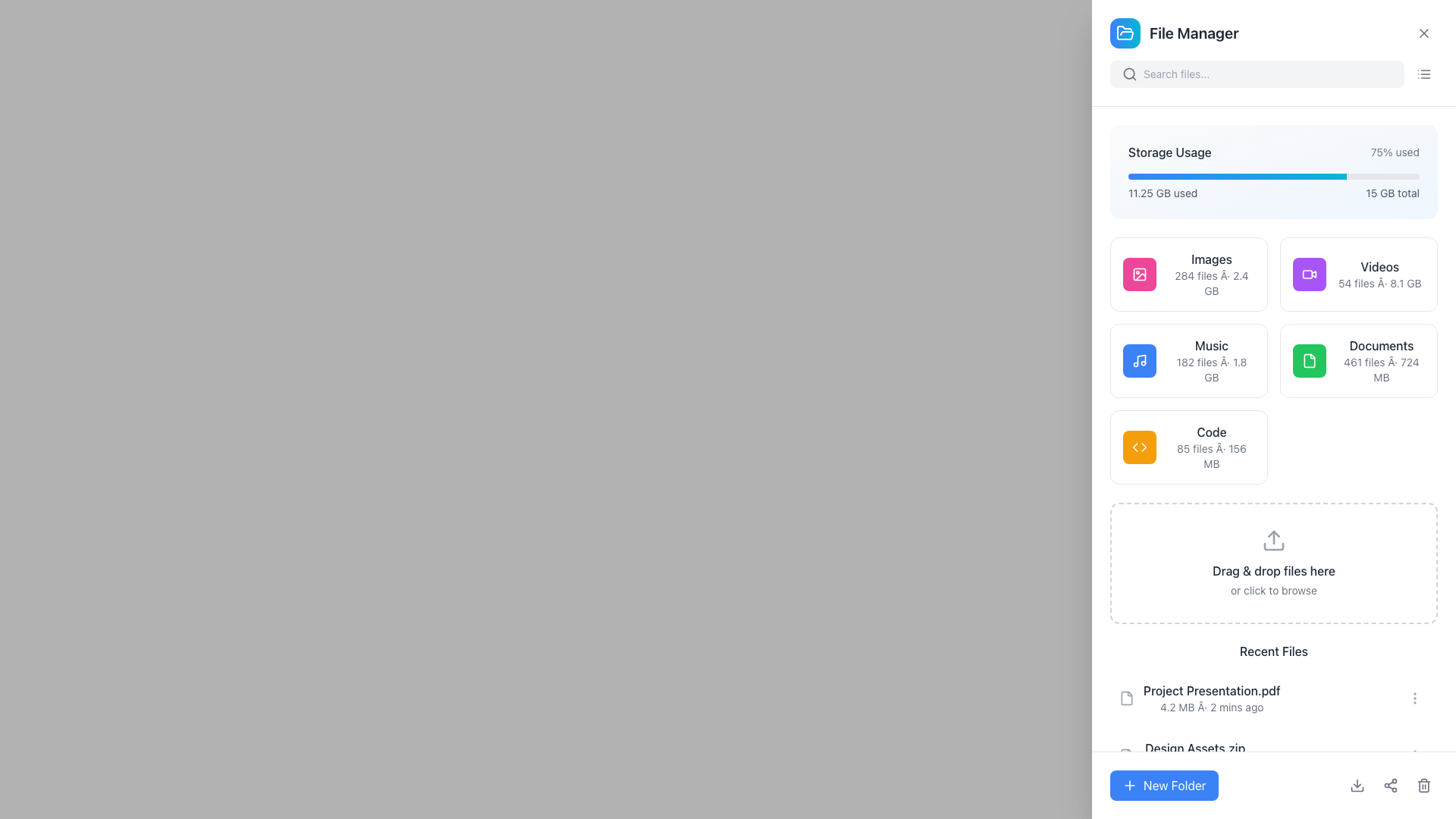 This screenshot has width=1456, height=819. Describe the element at coordinates (1309, 360) in the screenshot. I see `the 'Documents' folder icon, which is the leftmost element in the Documents section of the file manager` at that location.